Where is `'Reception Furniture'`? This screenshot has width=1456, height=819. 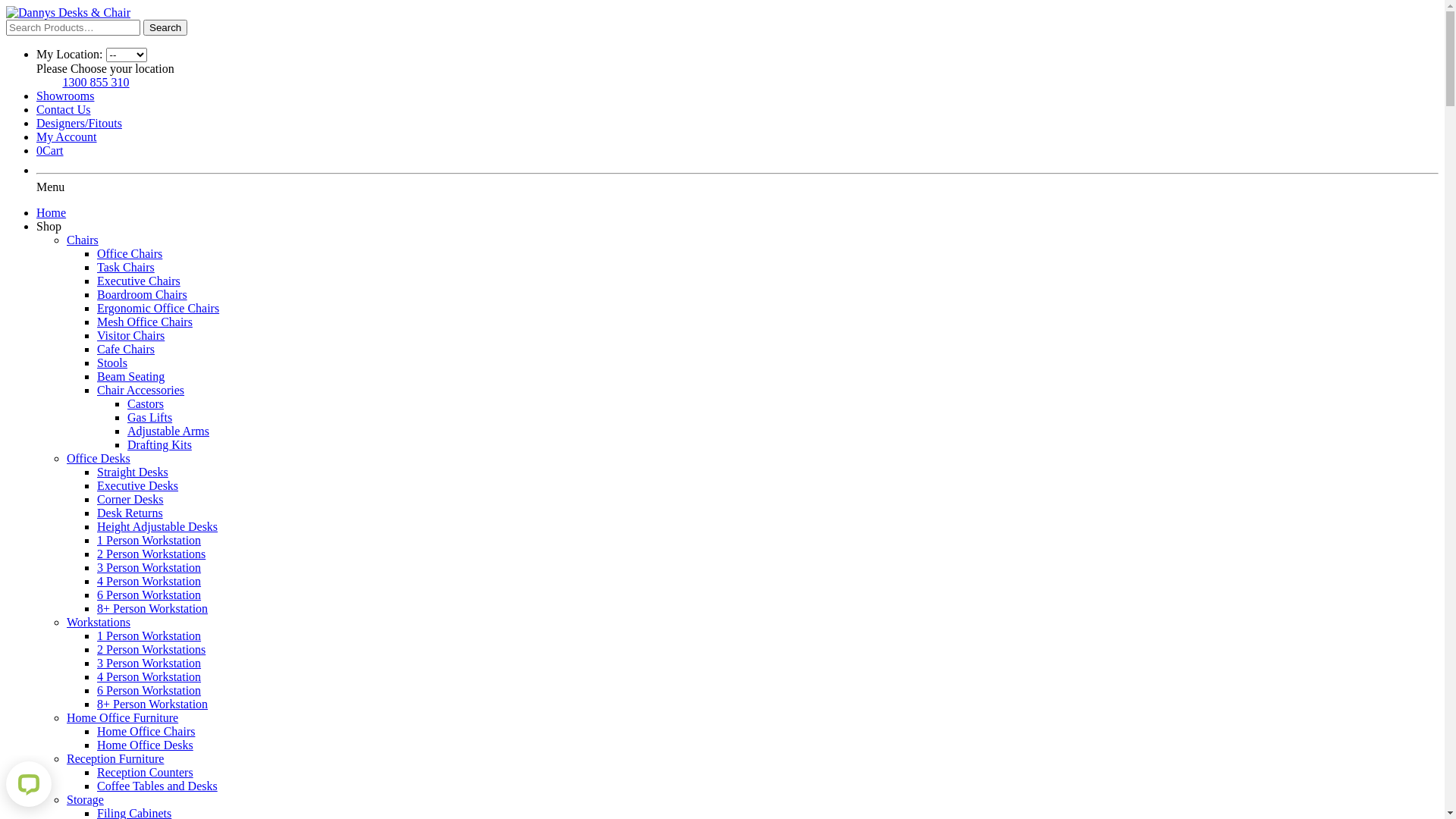
'Reception Furniture' is located at coordinates (115, 758).